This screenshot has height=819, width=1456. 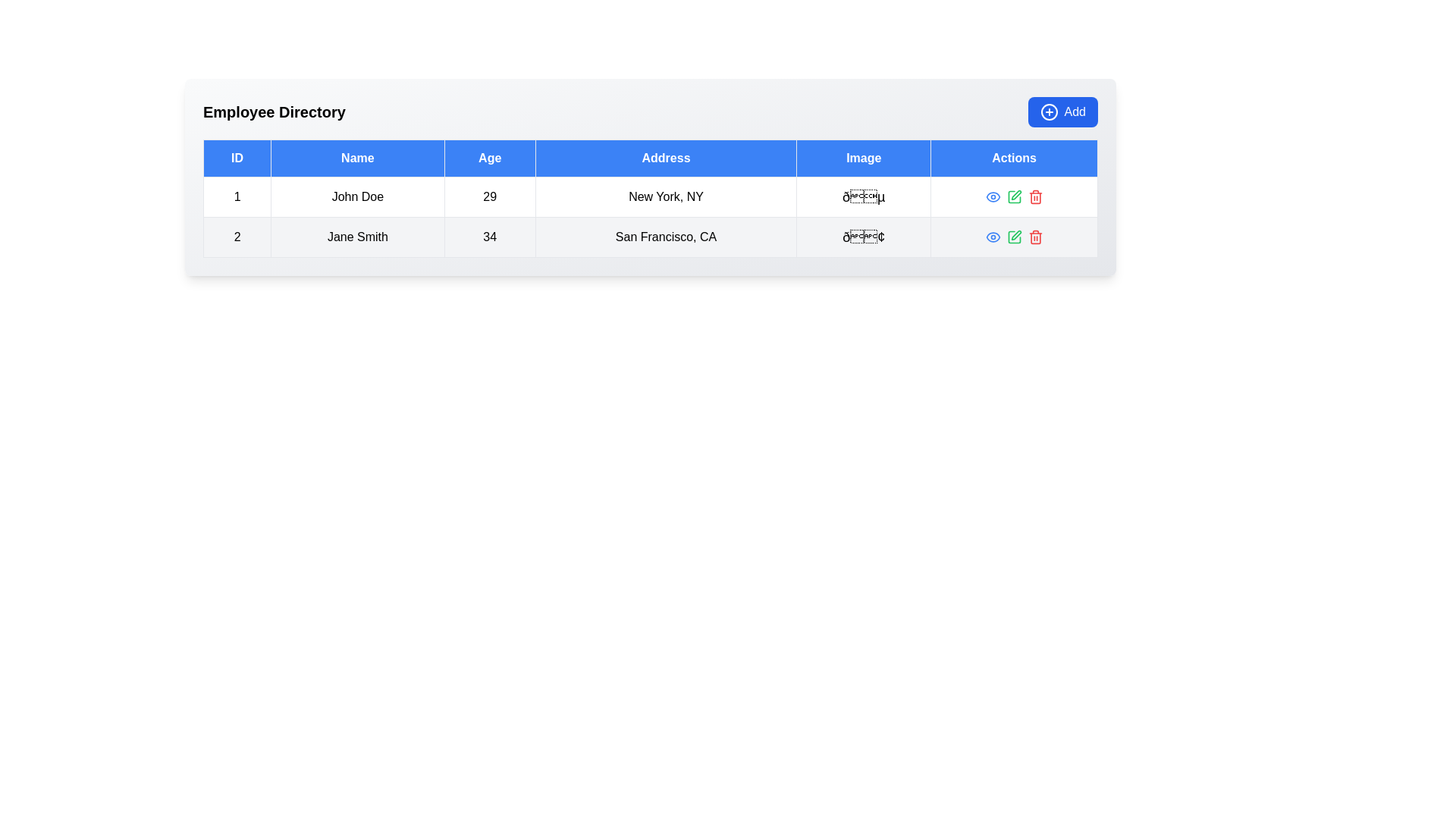 What do you see at coordinates (666, 237) in the screenshot?
I see `the 'Address' data field in the second row of the table, located in the fourth column under the 'Address' heading` at bounding box center [666, 237].